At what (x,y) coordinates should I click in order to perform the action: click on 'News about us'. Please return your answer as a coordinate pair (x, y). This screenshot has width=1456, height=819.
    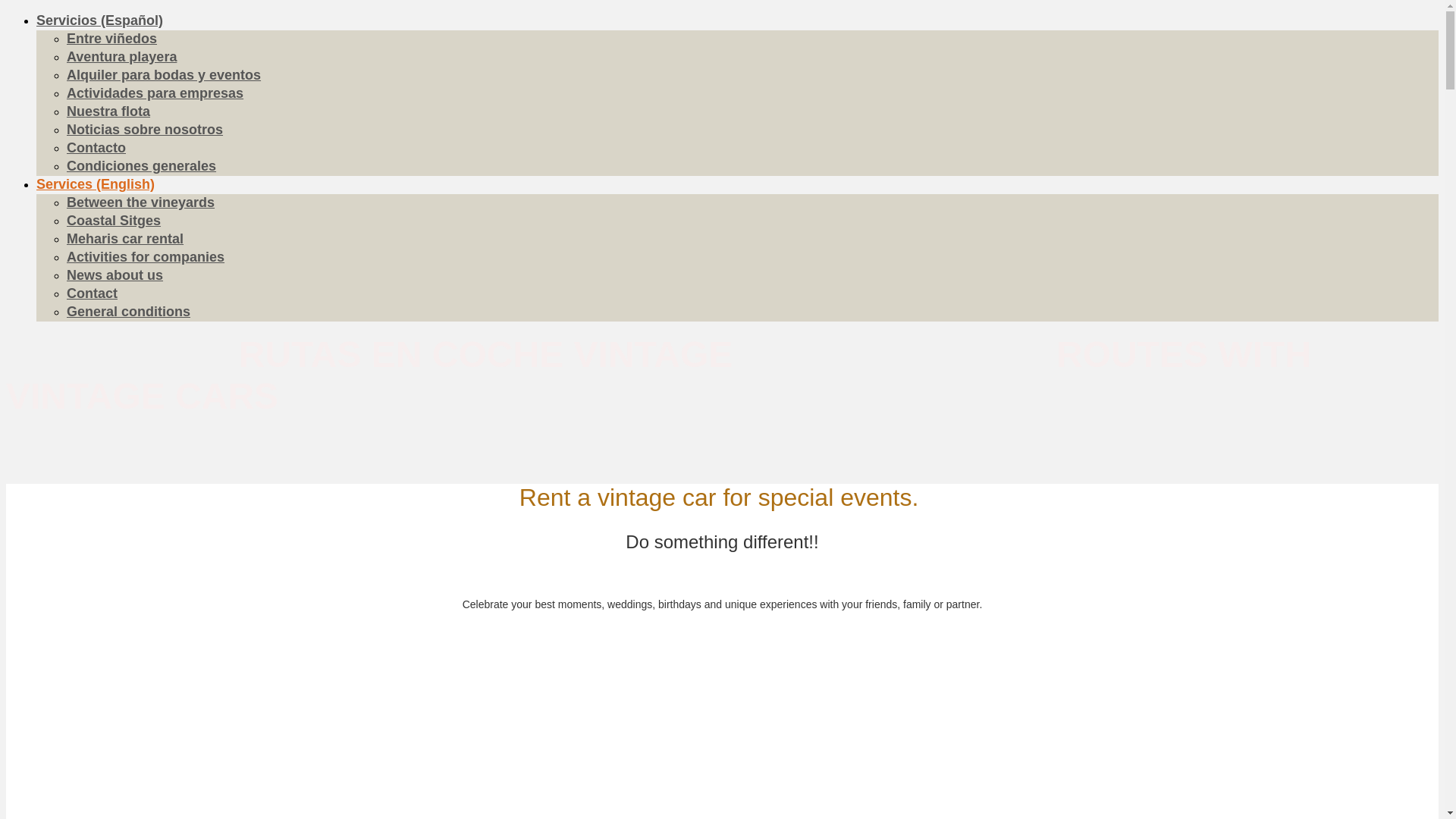
    Looking at the image, I should click on (114, 275).